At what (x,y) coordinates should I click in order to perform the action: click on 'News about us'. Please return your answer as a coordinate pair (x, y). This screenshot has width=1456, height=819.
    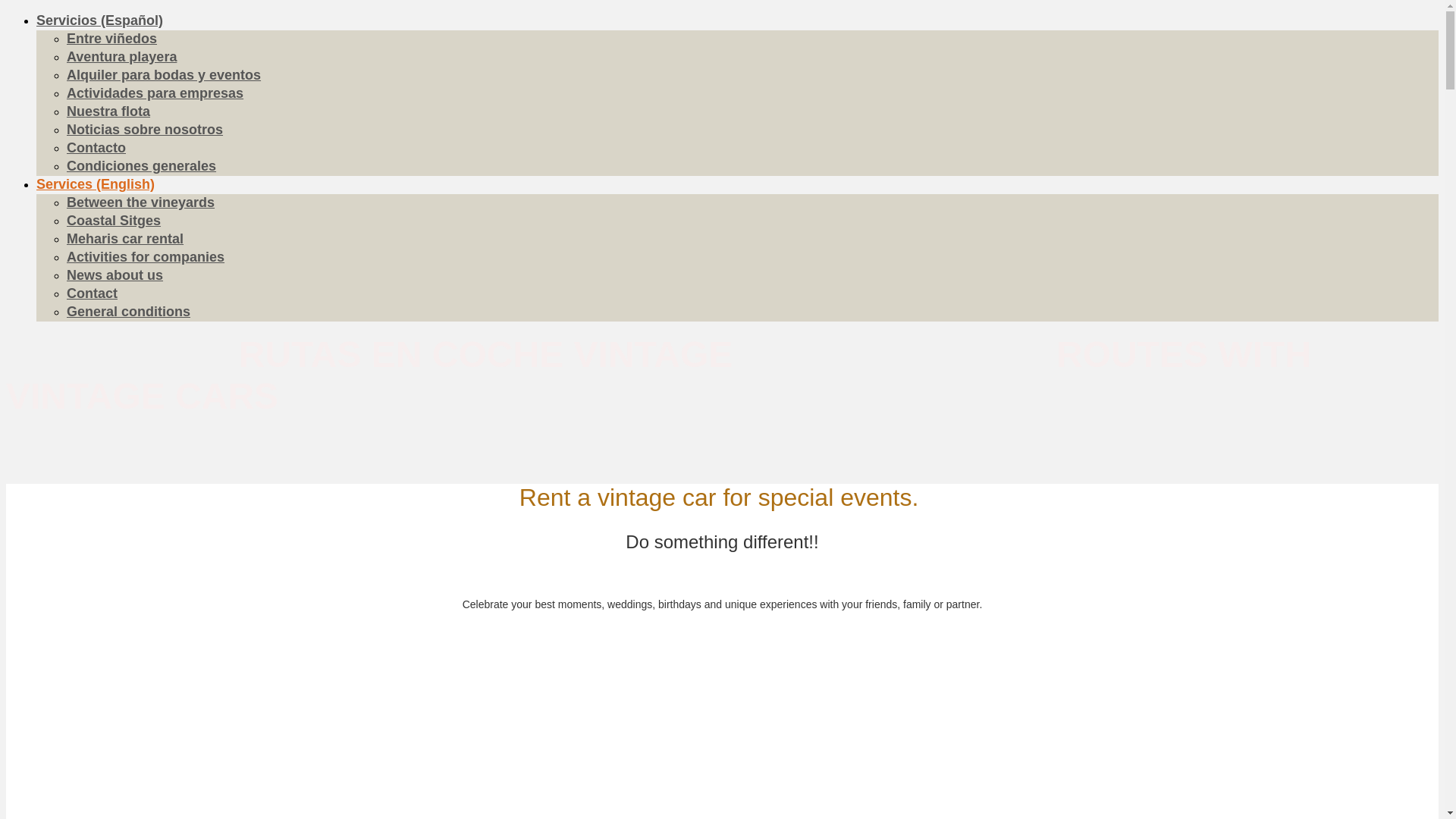
    Looking at the image, I should click on (114, 275).